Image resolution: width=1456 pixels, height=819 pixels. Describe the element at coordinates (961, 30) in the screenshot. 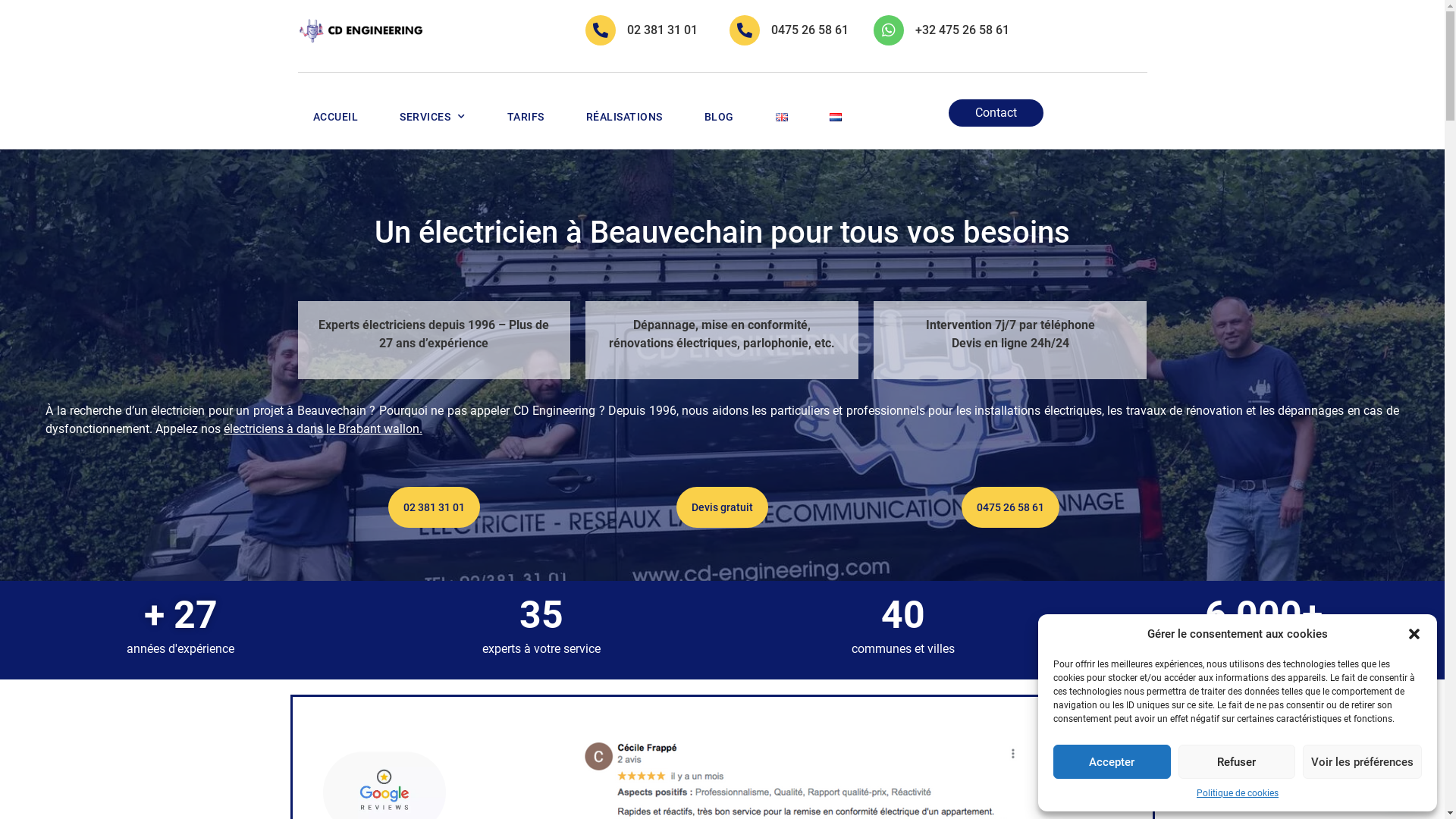

I see `'+32 475 26 58 61'` at that location.